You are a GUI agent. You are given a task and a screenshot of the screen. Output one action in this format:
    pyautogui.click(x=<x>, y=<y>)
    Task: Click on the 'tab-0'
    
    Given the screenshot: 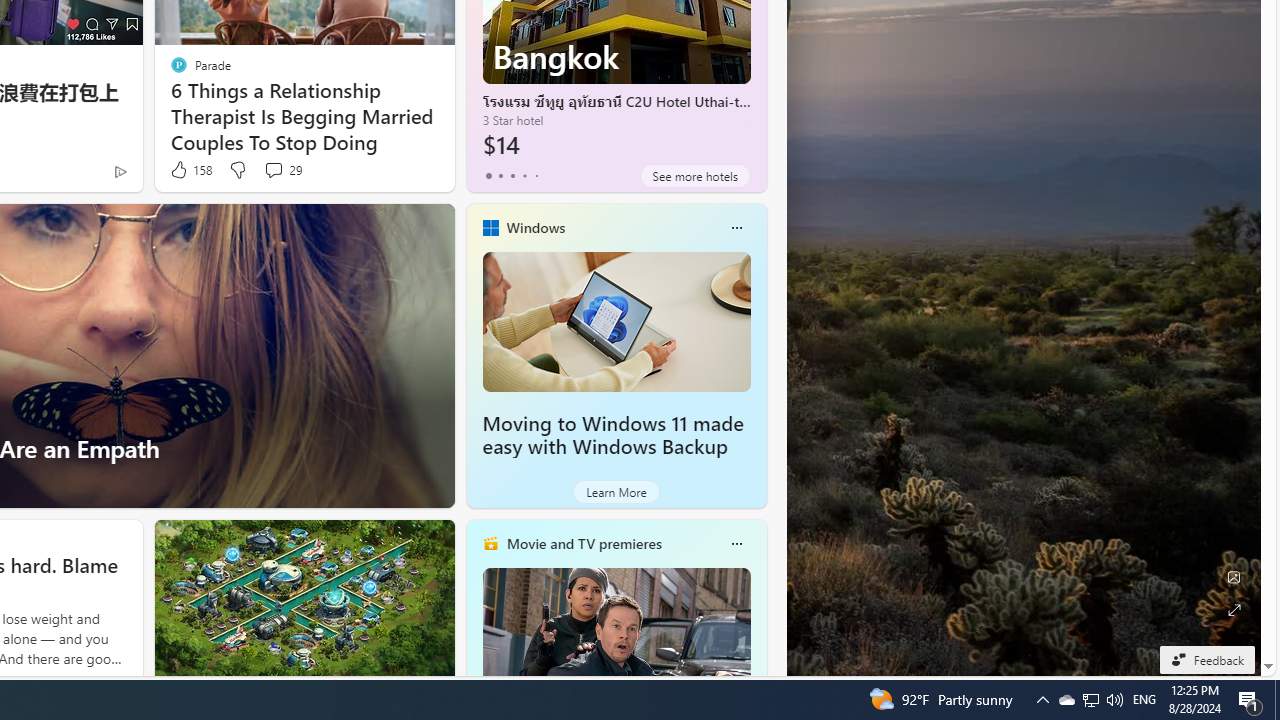 What is the action you would take?
    pyautogui.click(x=488, y=175)
    